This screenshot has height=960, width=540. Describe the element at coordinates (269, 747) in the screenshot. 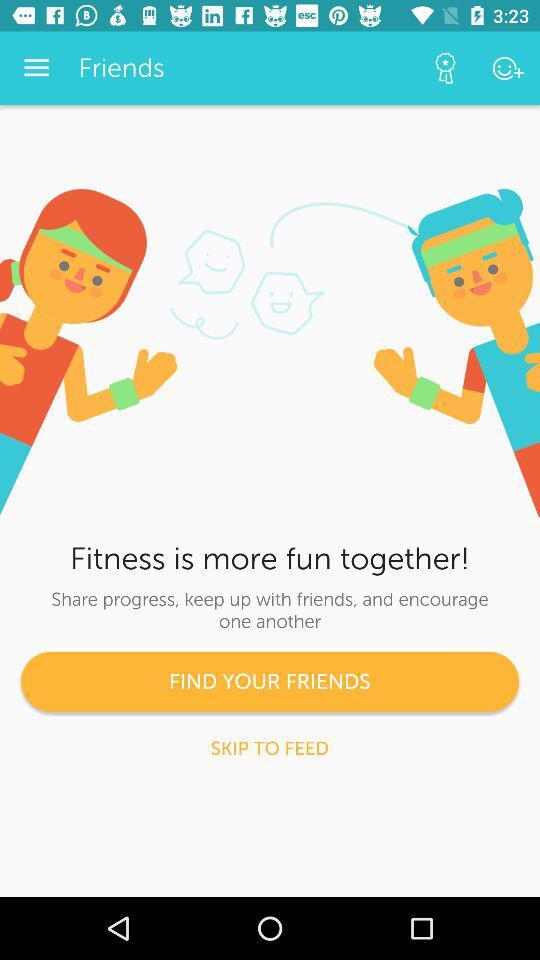

I see `the skip to feed` at that location.